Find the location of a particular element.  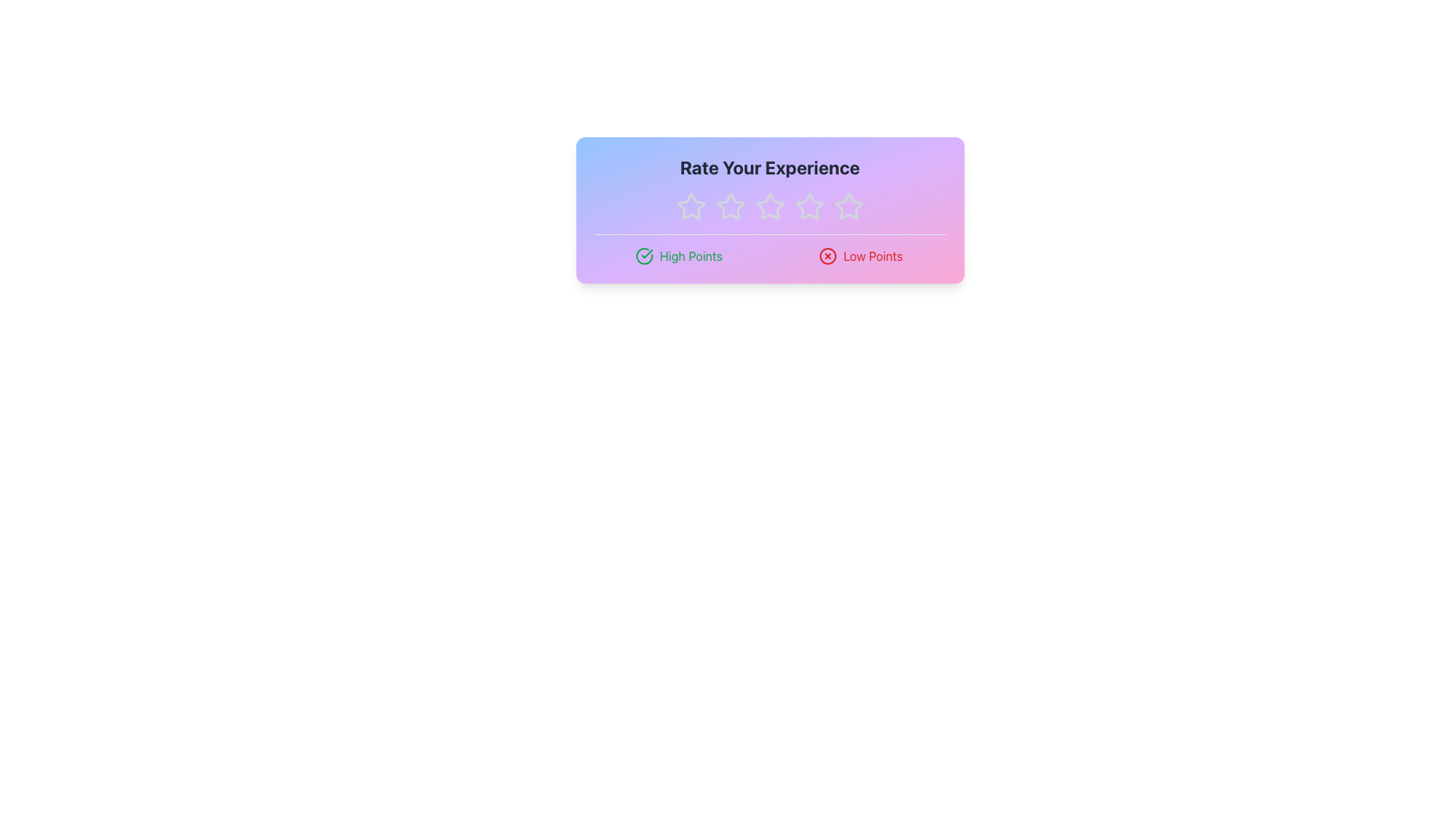

the circular SVG graphic icon with a green outline featuring a checkmark, located to the left of the text 'High Points' is located at coordinates (645, 256).